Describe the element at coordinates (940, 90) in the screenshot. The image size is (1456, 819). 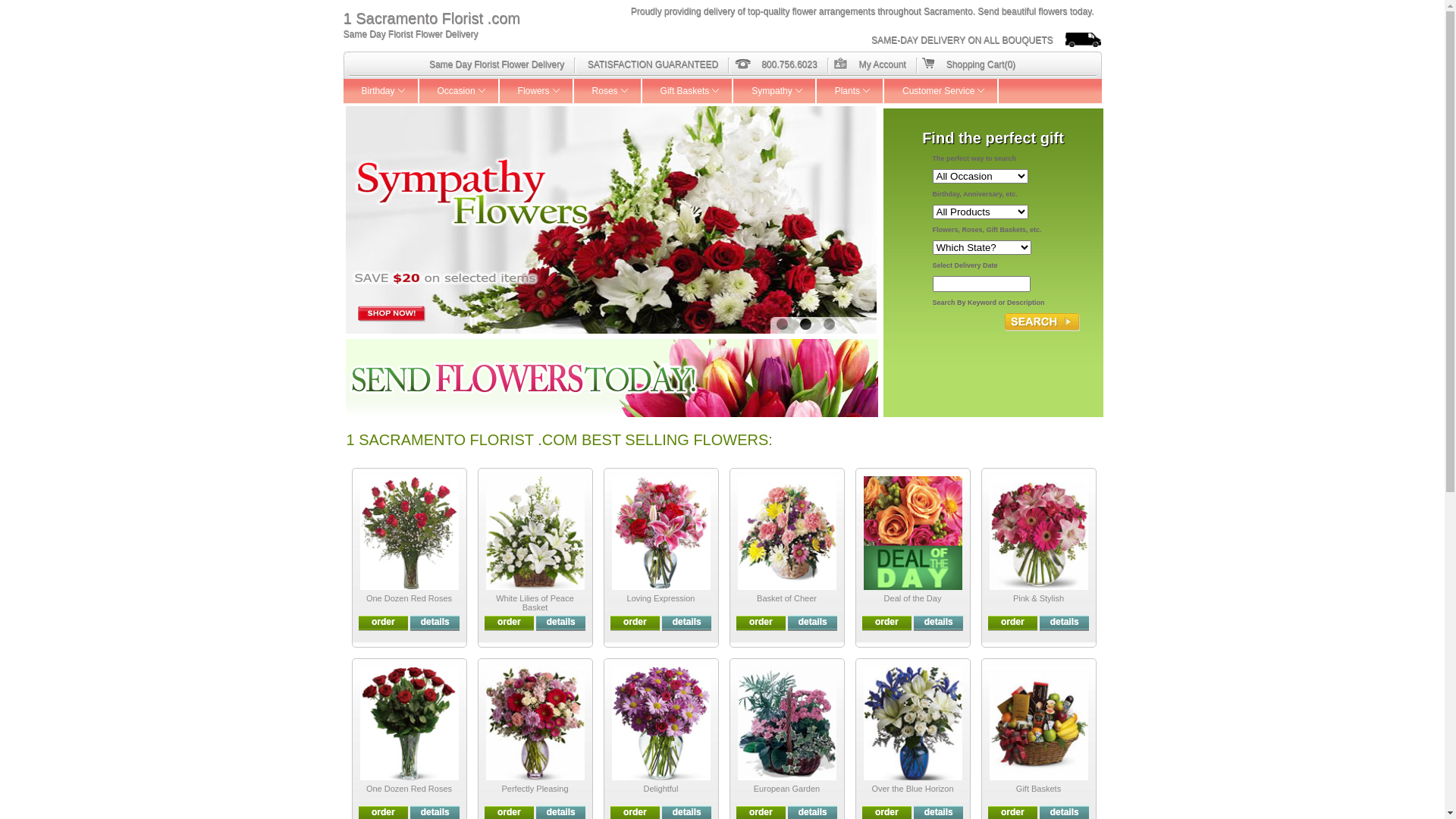
I see `'Customer Service'` at that location.